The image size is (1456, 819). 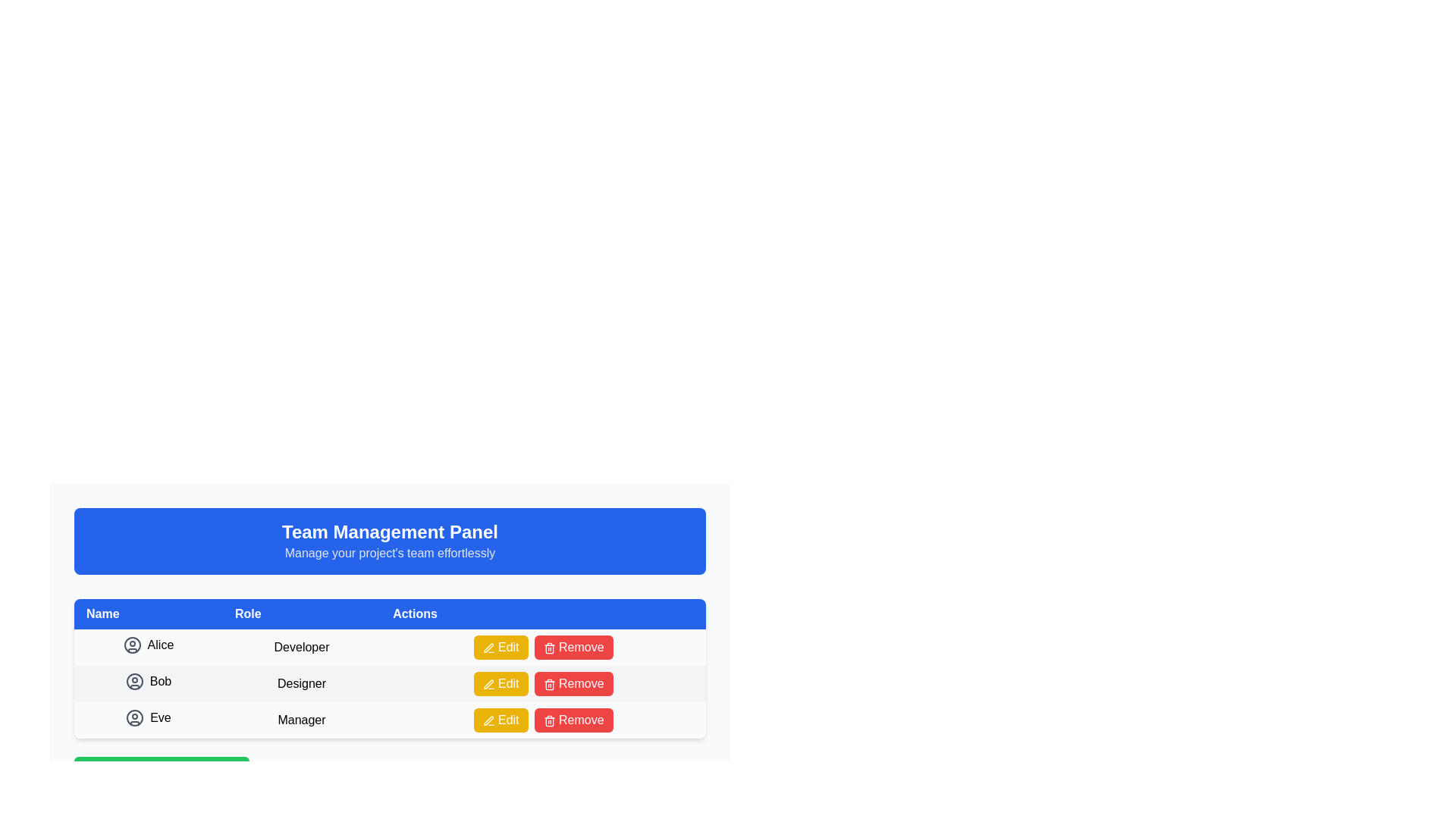 I want to click on the pen icon within the Edit button, which has a yellow background and white text, located in the Actions column of the third row of the Team Management Panel, so click(x=488, y=720).